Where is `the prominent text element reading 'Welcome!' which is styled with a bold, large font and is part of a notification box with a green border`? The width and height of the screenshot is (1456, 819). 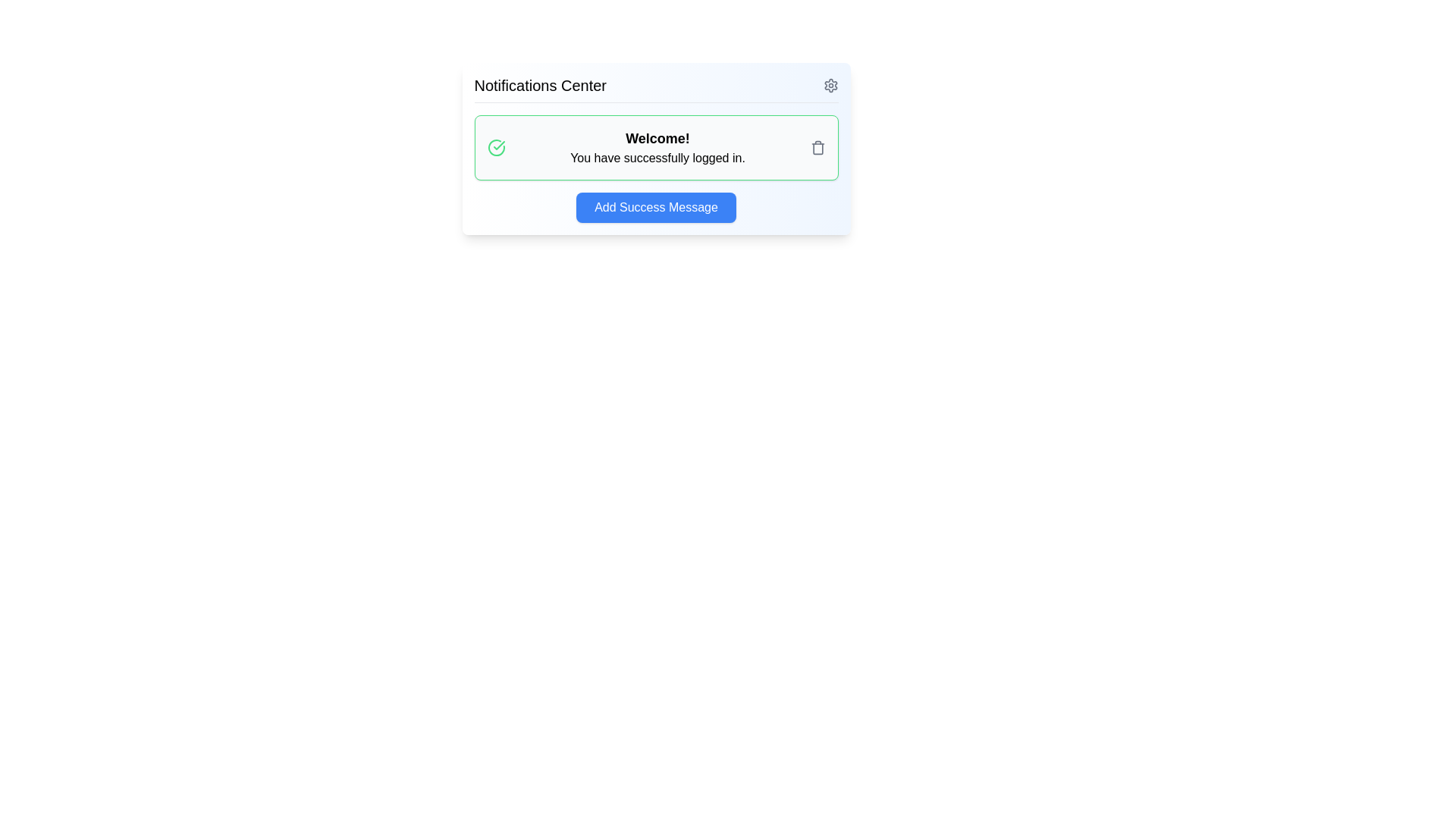
the prominent text element reading 'Welcome!' which is styled with a bold, large font and is part of a notification box with a green border is located at coordinates (657, 138).